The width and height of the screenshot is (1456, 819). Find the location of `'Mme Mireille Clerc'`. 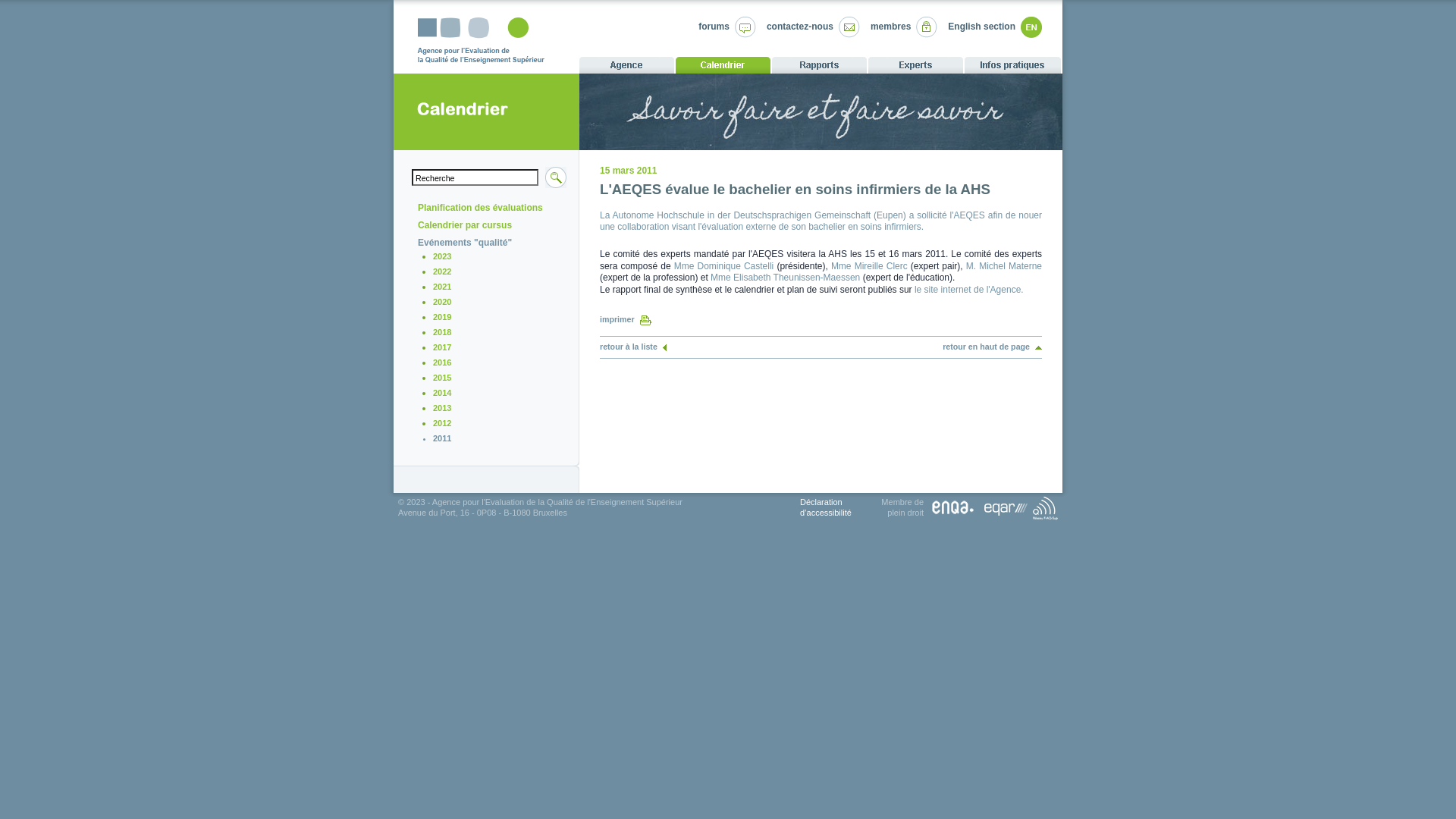

'Mme Mireille Clerc' is located at coordinates (869, 265).